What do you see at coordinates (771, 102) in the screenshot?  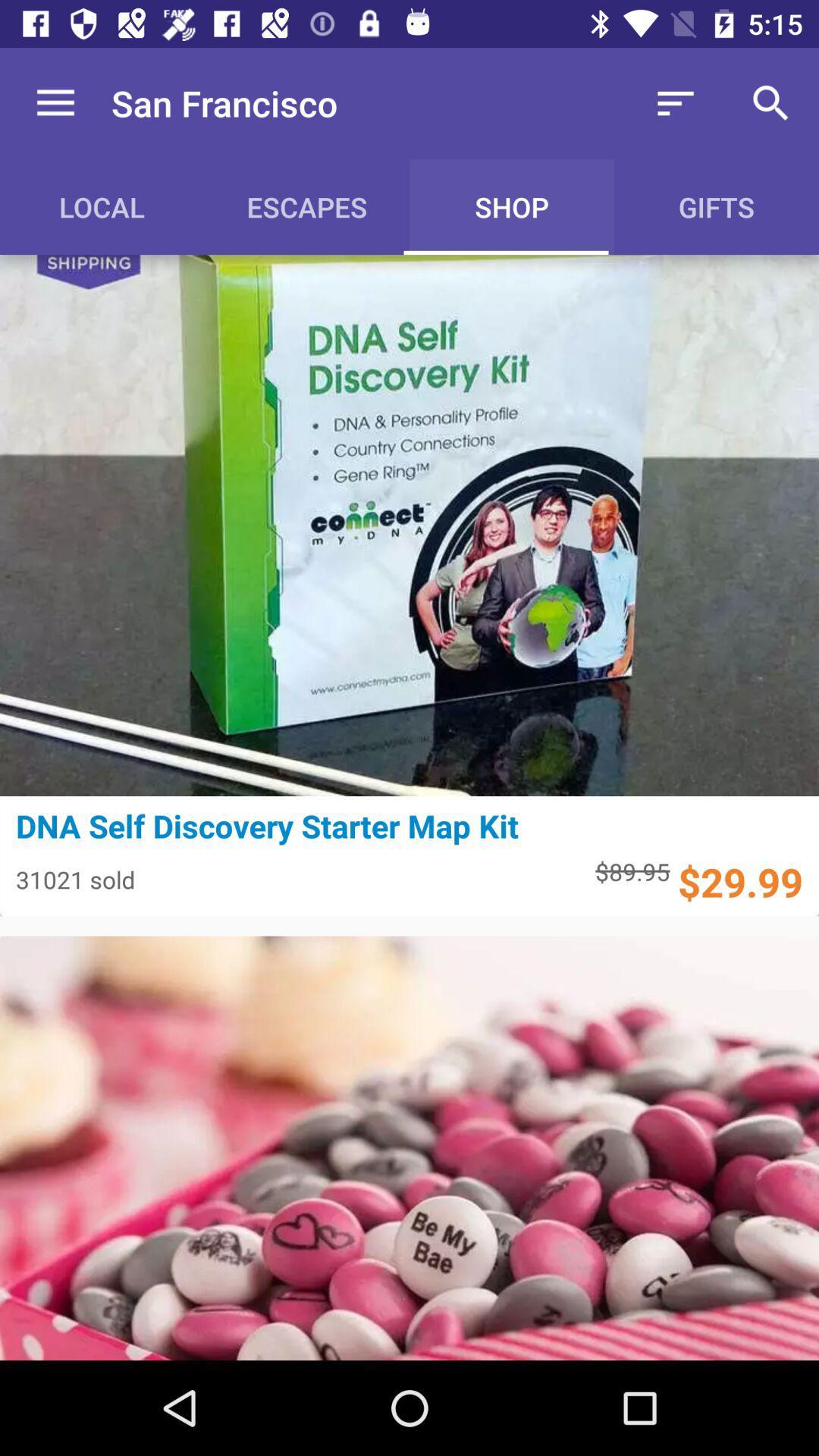 I see `icon above the gifts item` at bounding box center [771, 102].